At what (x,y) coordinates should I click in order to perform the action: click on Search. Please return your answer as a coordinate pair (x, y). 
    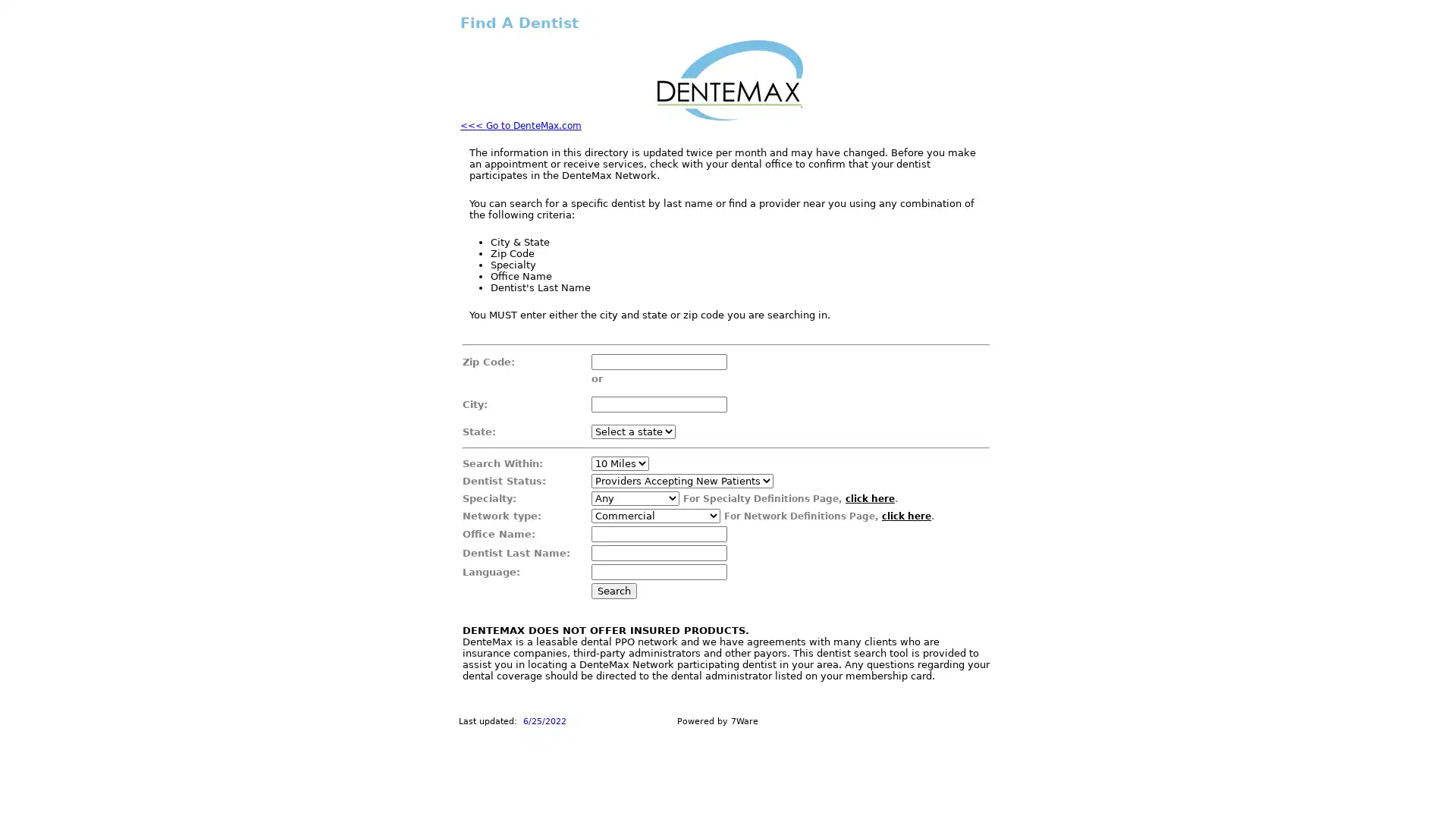
    Looking at the image, I should click on (613, 590).